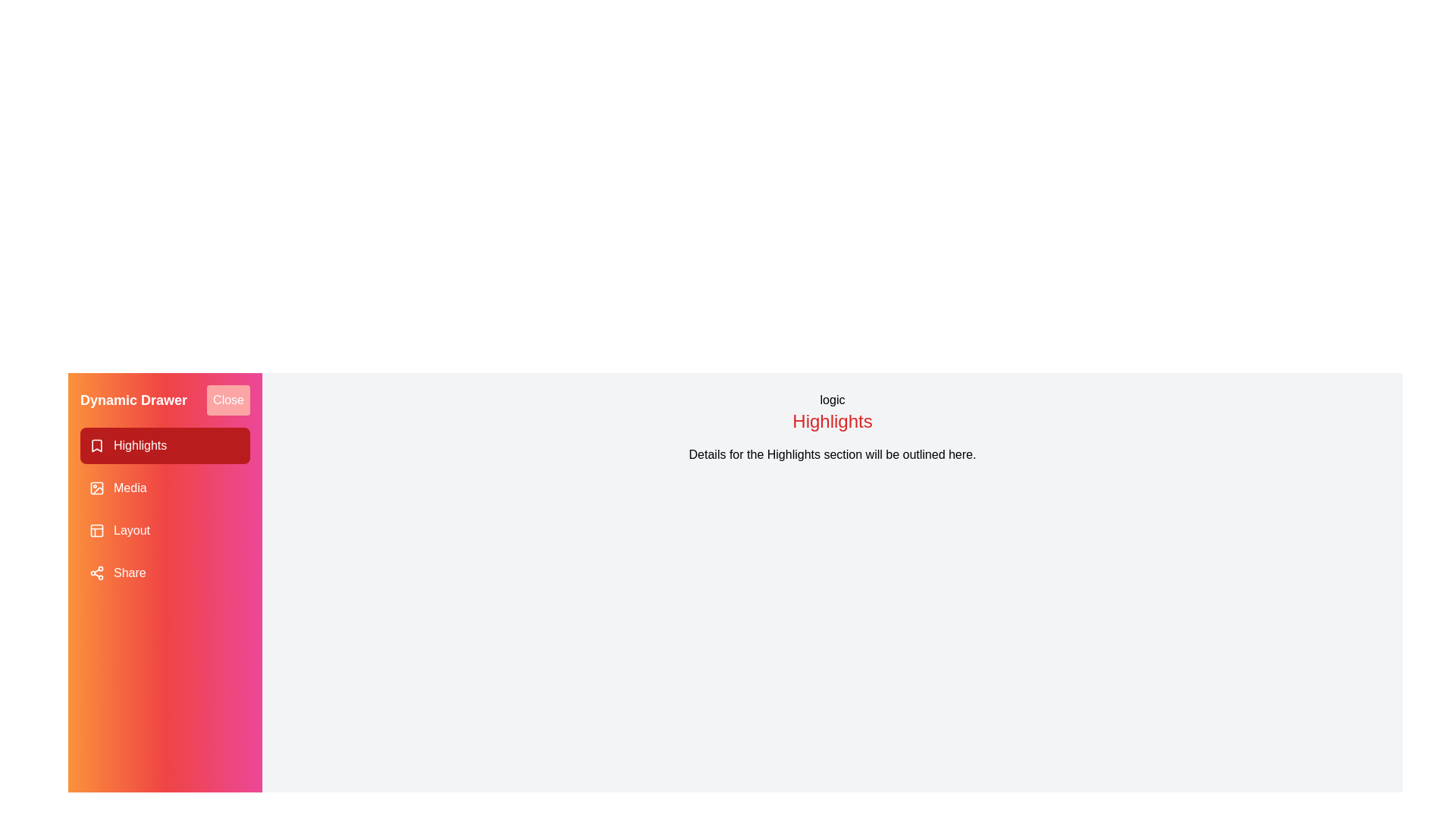 This screenshot has height=819, width=1456. Describe the element at coordinates (227, 400) in the screenshot. I see `'Close' button to toggle the drawer visibility` at that location.